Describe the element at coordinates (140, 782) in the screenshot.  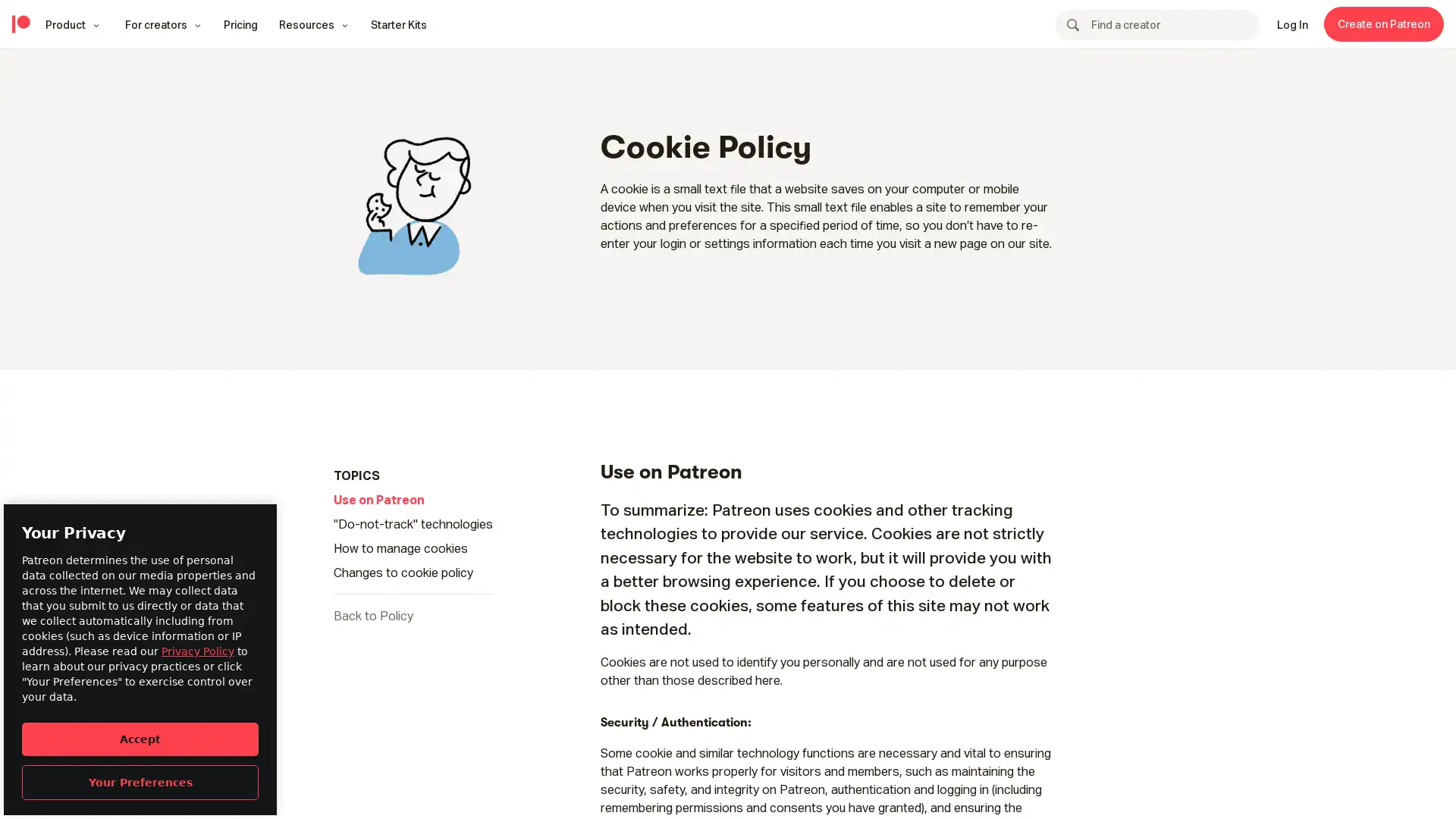
I see `Your Preferences` at that location.